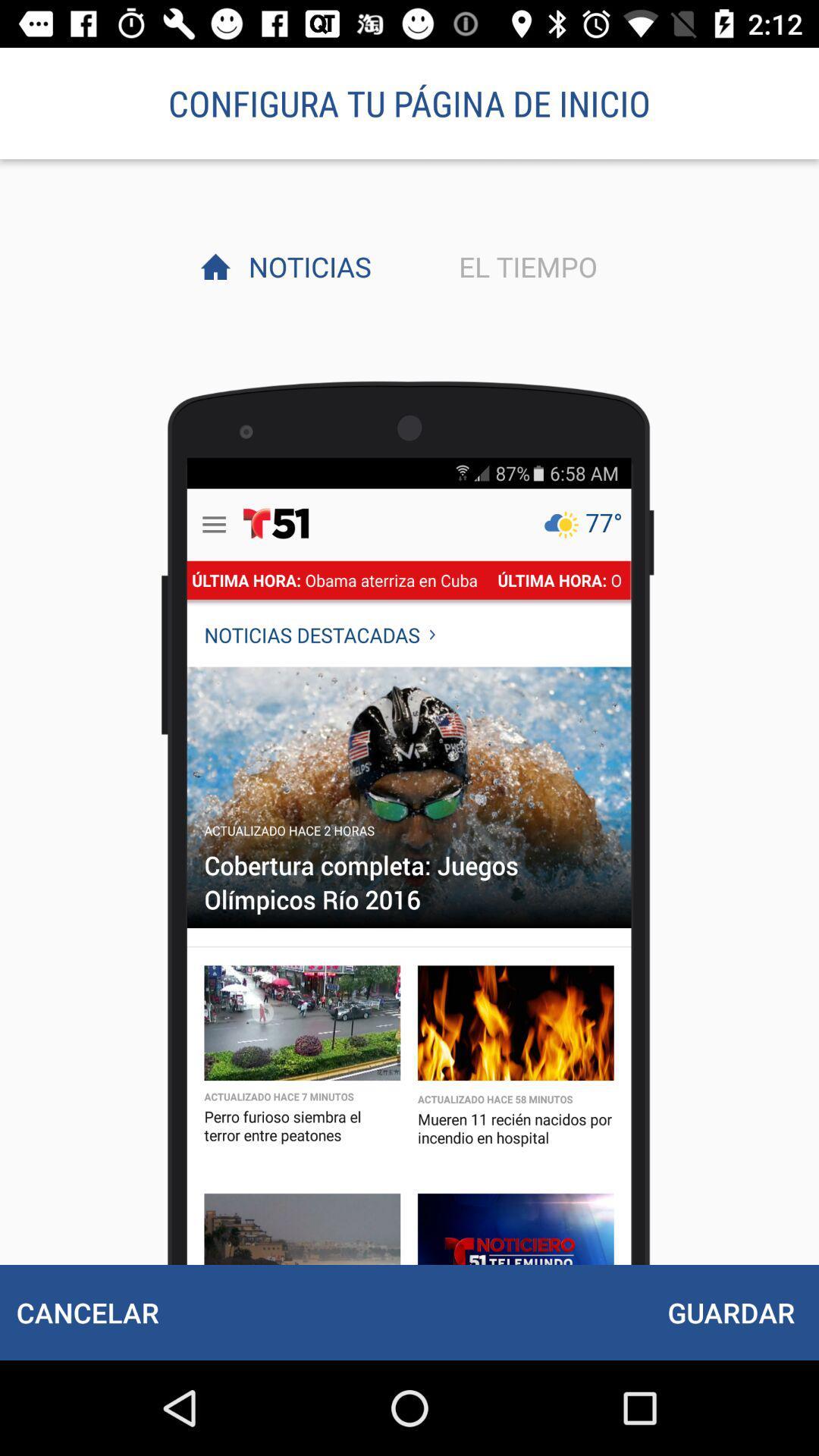 The image size is (819, 1456). Describe the element at coordinates (306, 266) in the screenshot. I see `item to the left of el tiempo icon` at that location.